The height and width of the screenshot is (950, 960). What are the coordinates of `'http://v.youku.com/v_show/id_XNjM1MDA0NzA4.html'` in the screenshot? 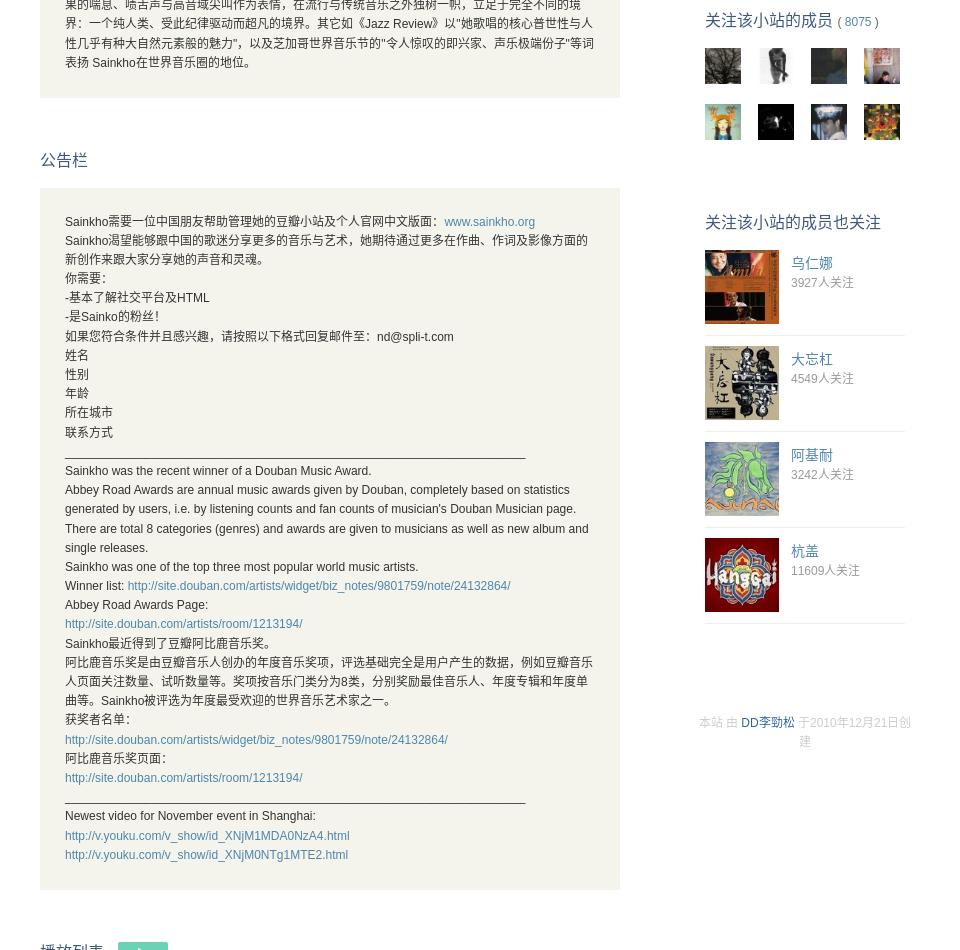 It's located at (206, 833).